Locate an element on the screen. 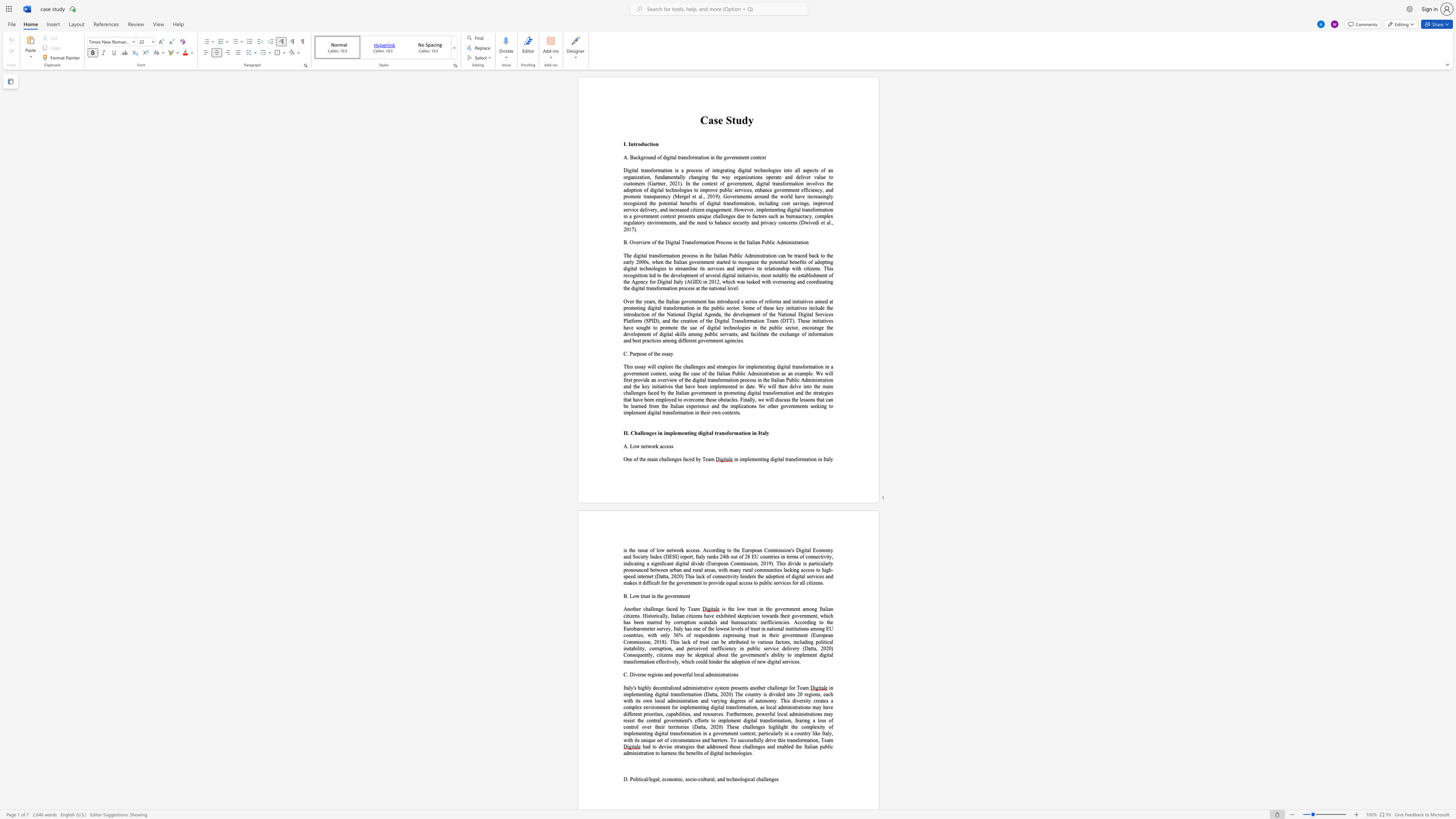 Image resolution: width=1456 pixels, height=819 pixels. the subset text "option of digital services and makes it difficult for" within the text "lack of connectivity hinders the adoption of digital services and makes it difficult for the government to provide equal access to public services for all citizens." is located at coordinates (770, 575).